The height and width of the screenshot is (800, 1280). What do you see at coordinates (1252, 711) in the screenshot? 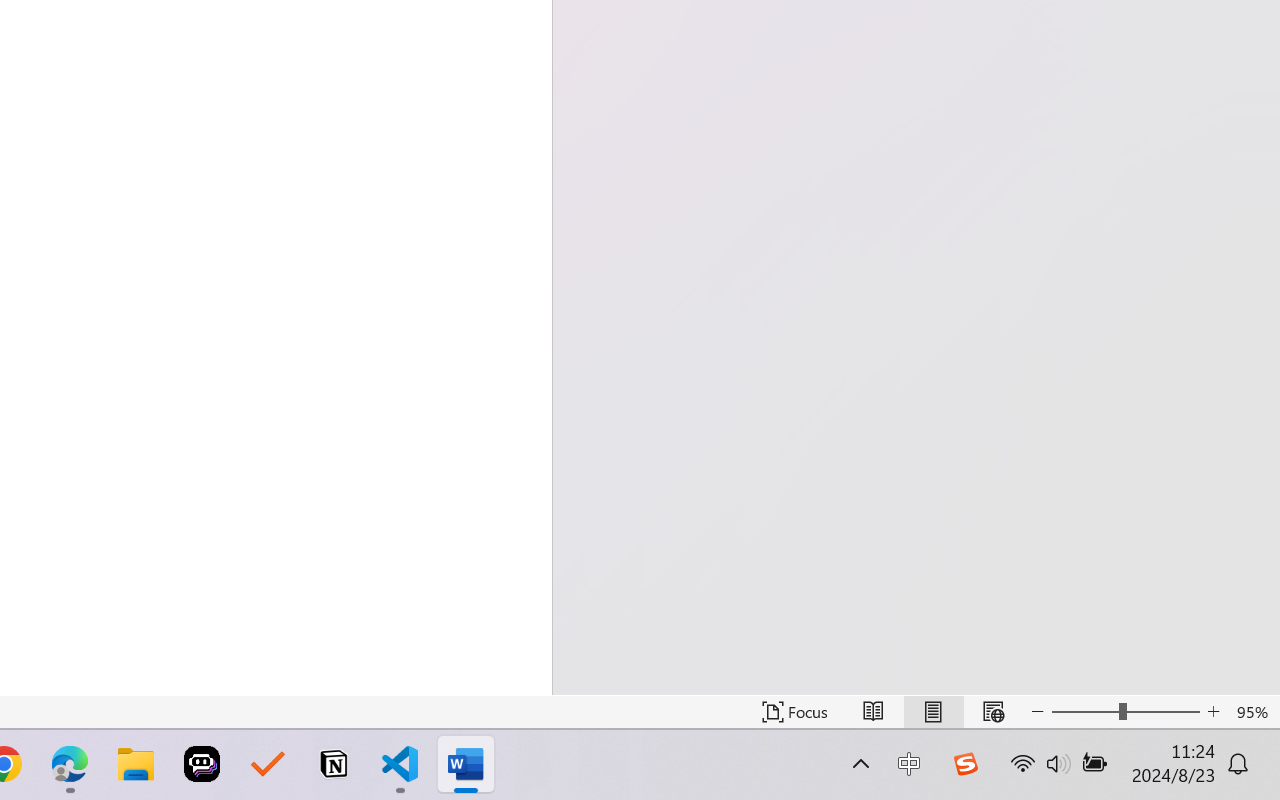
I see `'Zoom 95%'` at bounding box center [1252, 711].